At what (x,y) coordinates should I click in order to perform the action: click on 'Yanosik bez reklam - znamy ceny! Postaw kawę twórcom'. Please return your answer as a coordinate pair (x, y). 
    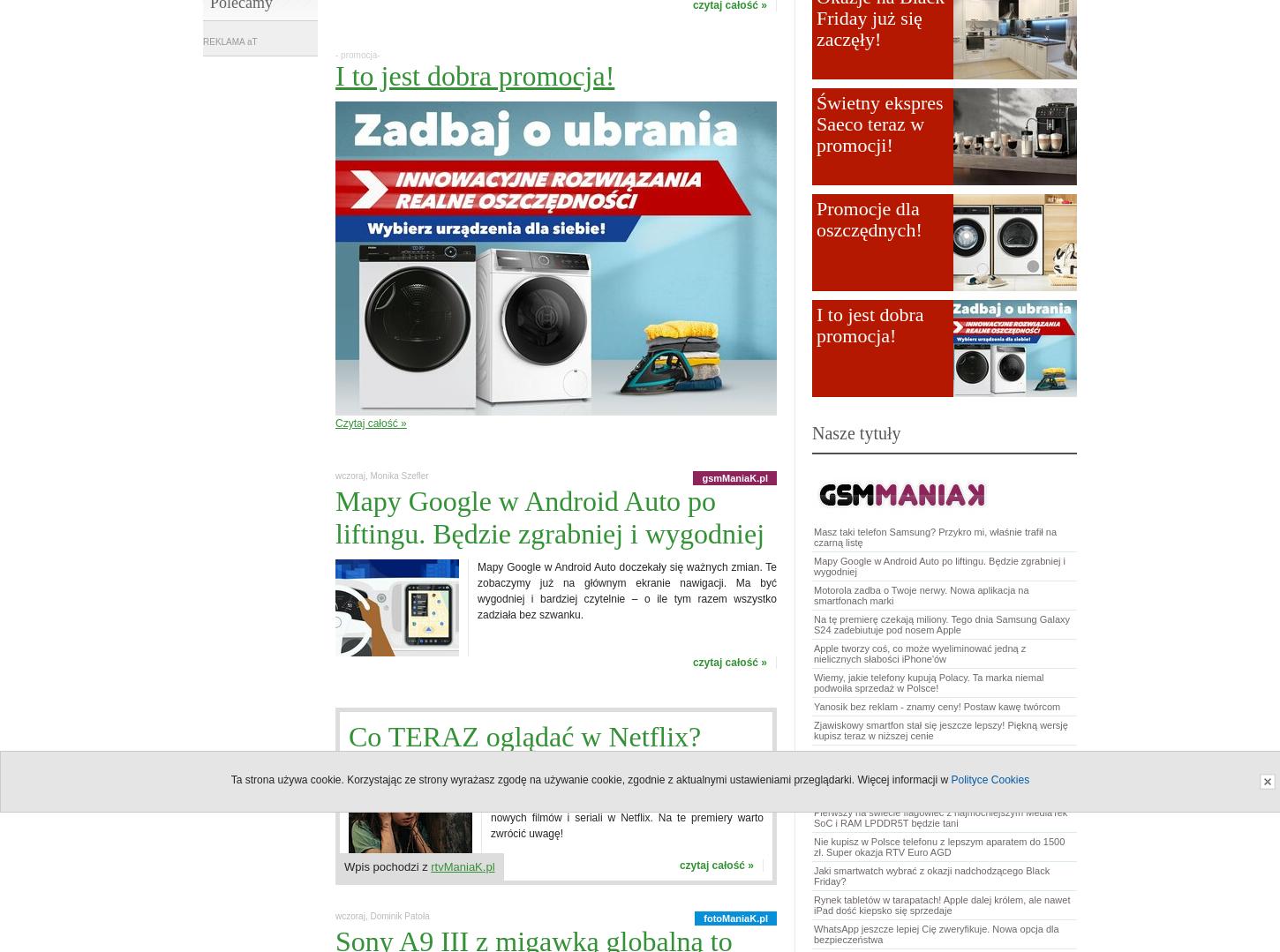
    Looking at the image, I should click on (937, 706).